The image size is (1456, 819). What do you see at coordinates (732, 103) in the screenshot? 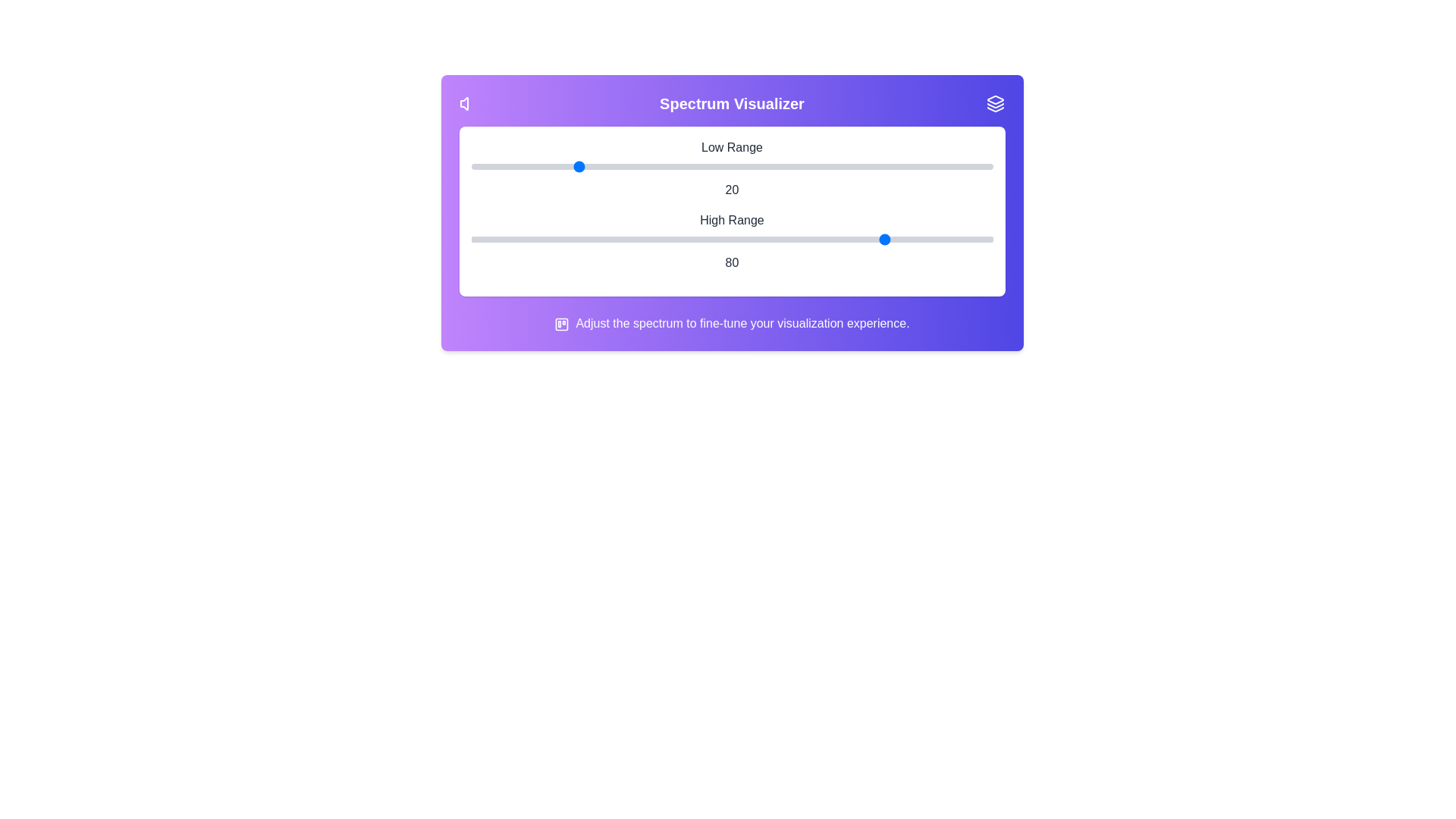
I see `the text 'Spectrum Visualizer' for contextual information` at bounding box center [732, 103].